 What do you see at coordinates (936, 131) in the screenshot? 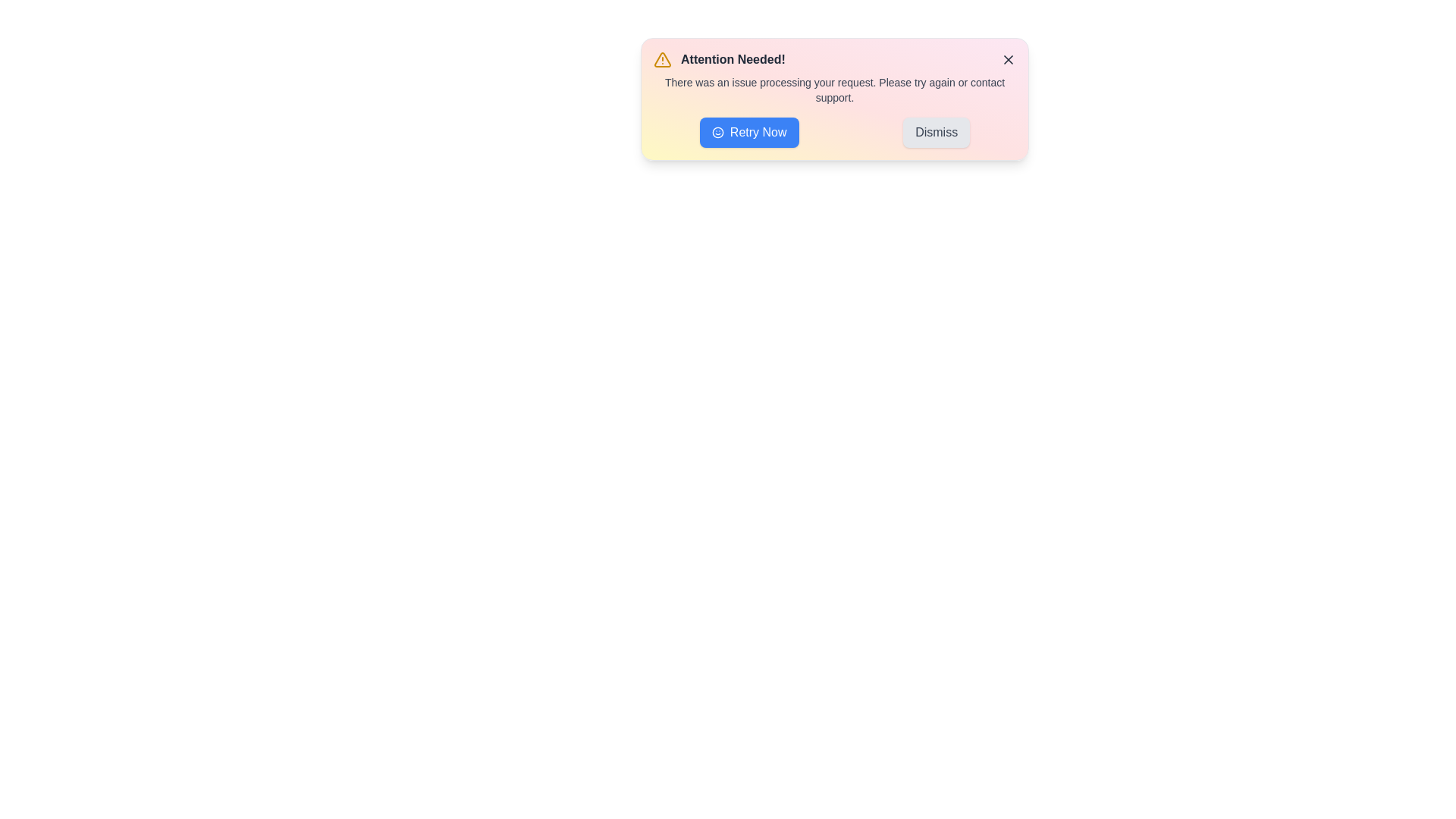
I see `the 'Dismiss' button to close the alert` at bounding box center [936, 131].